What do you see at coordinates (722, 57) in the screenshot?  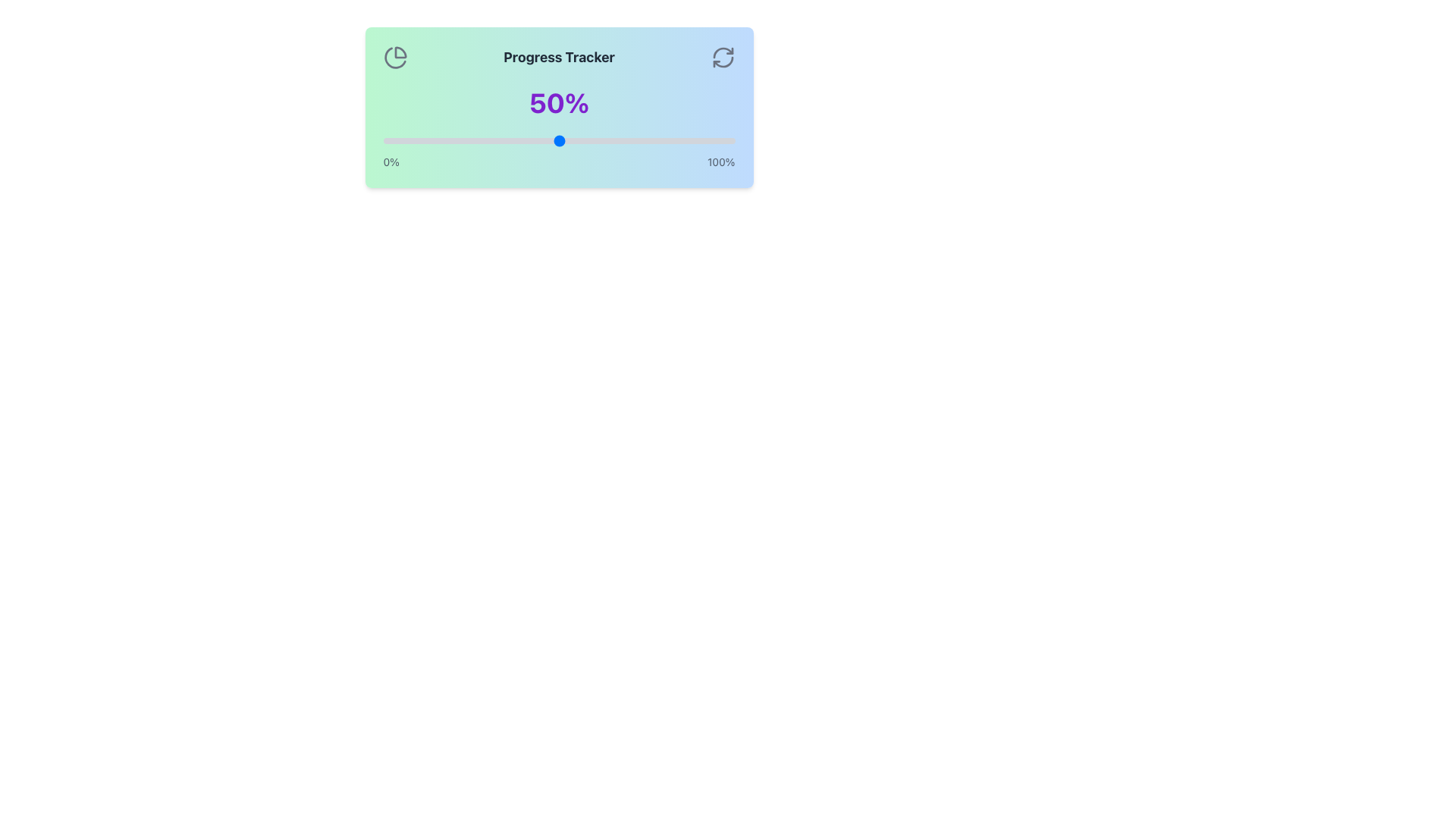 I see `the refresh icon located at the top-right corner of the 'Progress Tracker' section to refresh the associated progress or data` at bounding box center [722, 57].